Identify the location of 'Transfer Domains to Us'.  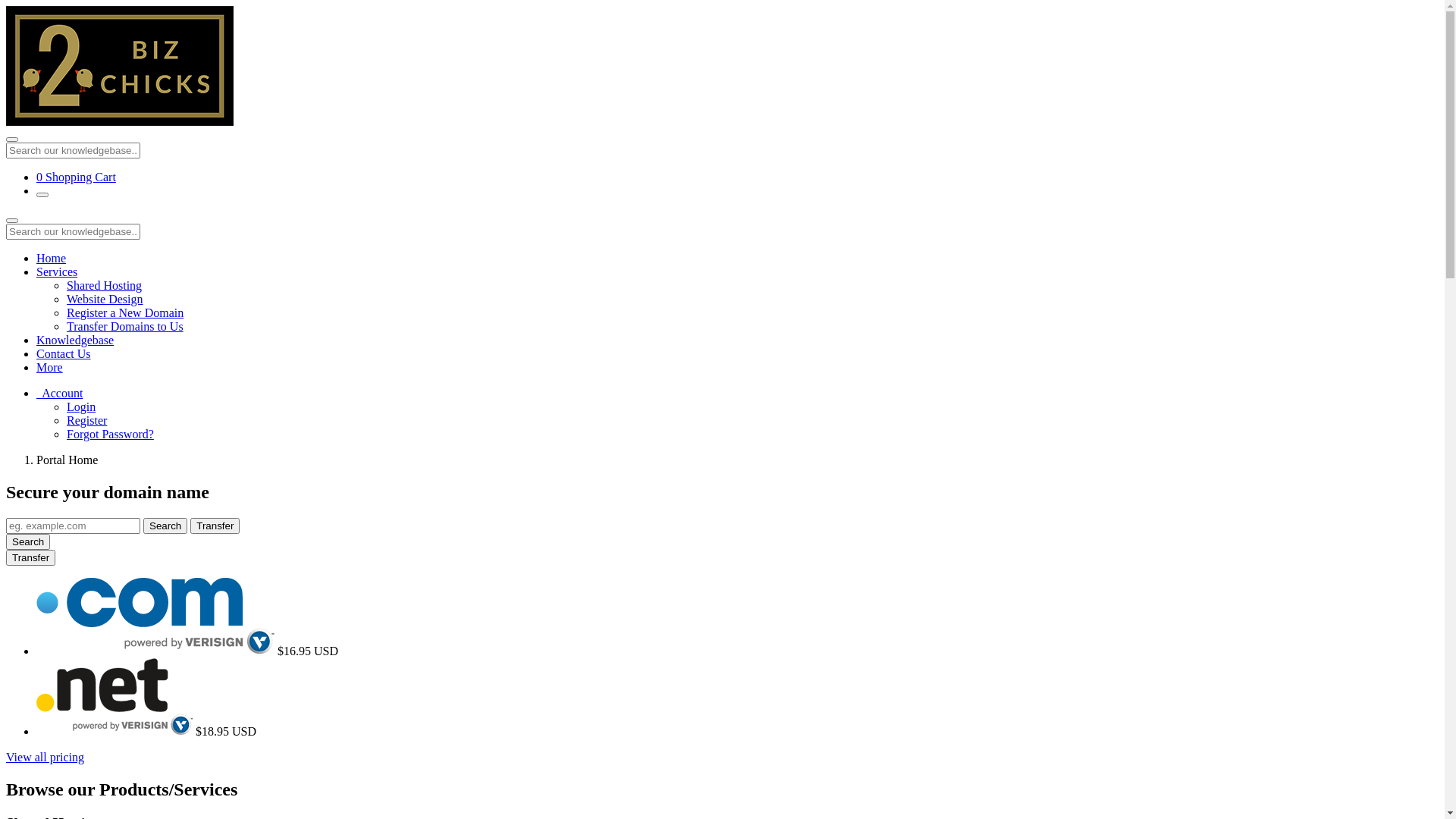
(124, 325).